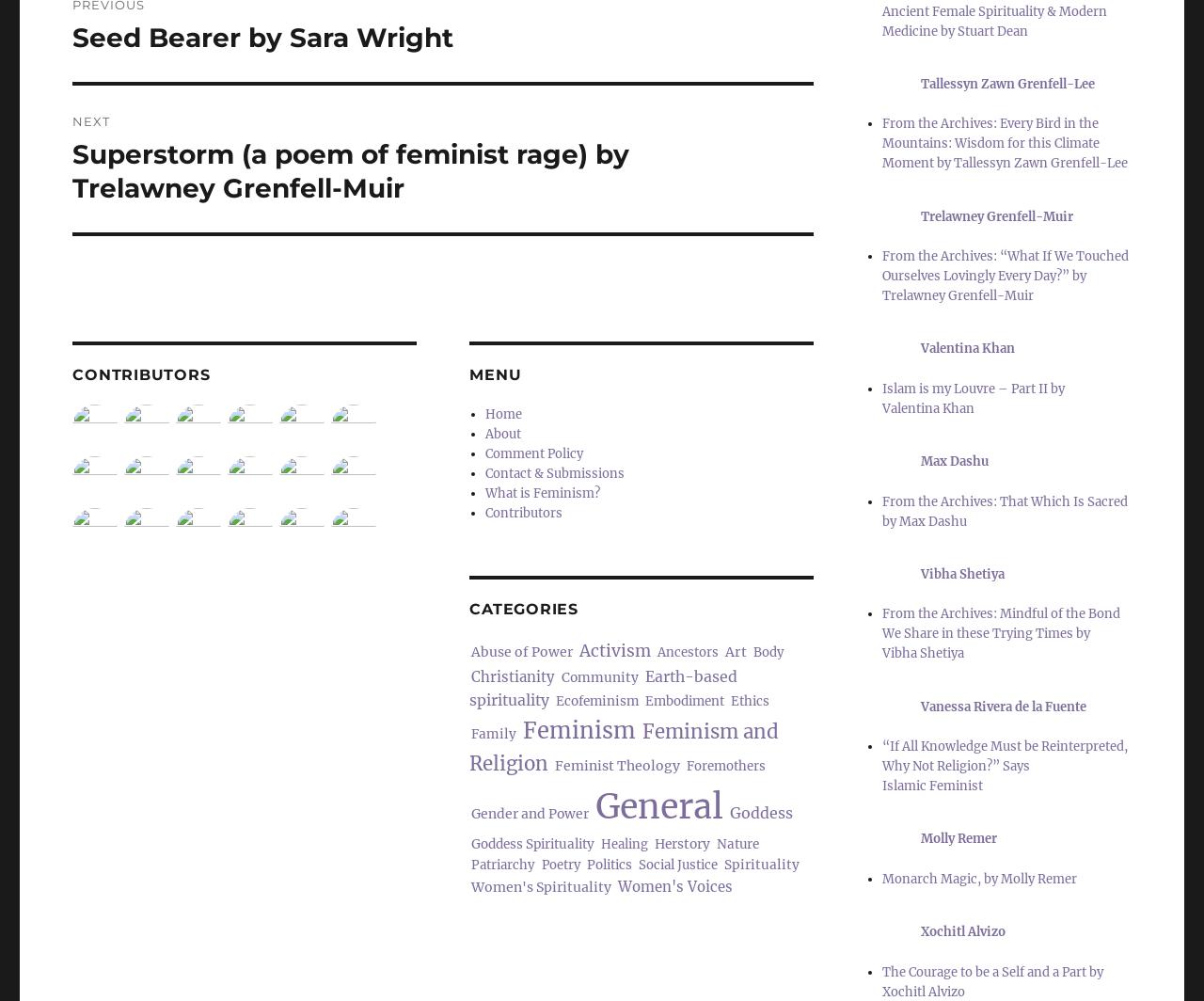 This screenshot has width=1204, height=1001. What do you see at coordinates (1003, 143) in the screenshot?
I see `'From the Archives: Every Bird in the Mountains: Wisdom for this Climate Moment by Tallessyn Zawn Grenfell-Lee'` at bounding box center [1003, 143].